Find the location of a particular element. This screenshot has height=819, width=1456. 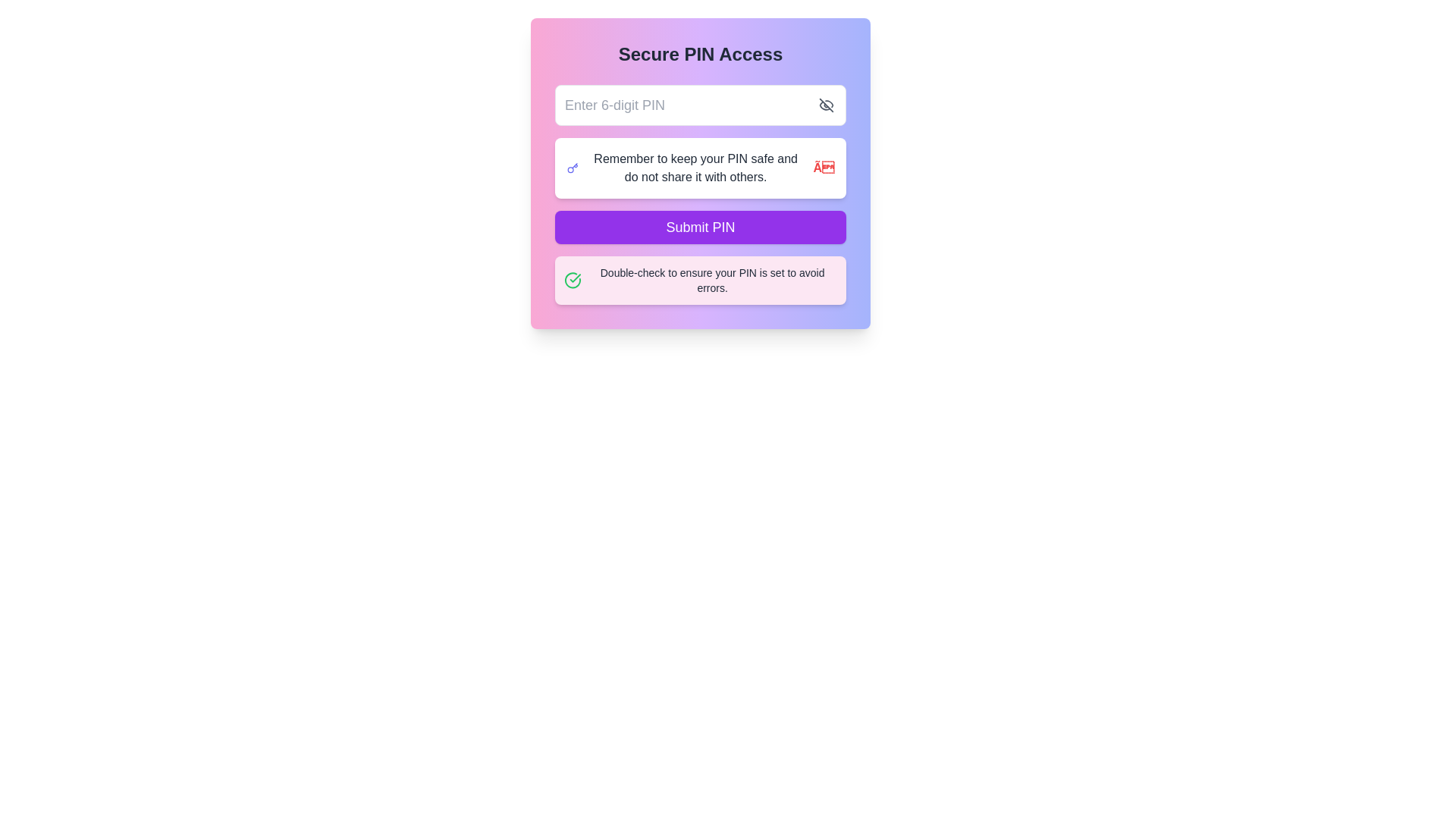

text of the Heading element that serves as a title for the secure PIN access card, located at the top center of the card is located at coordinates (700, 54).